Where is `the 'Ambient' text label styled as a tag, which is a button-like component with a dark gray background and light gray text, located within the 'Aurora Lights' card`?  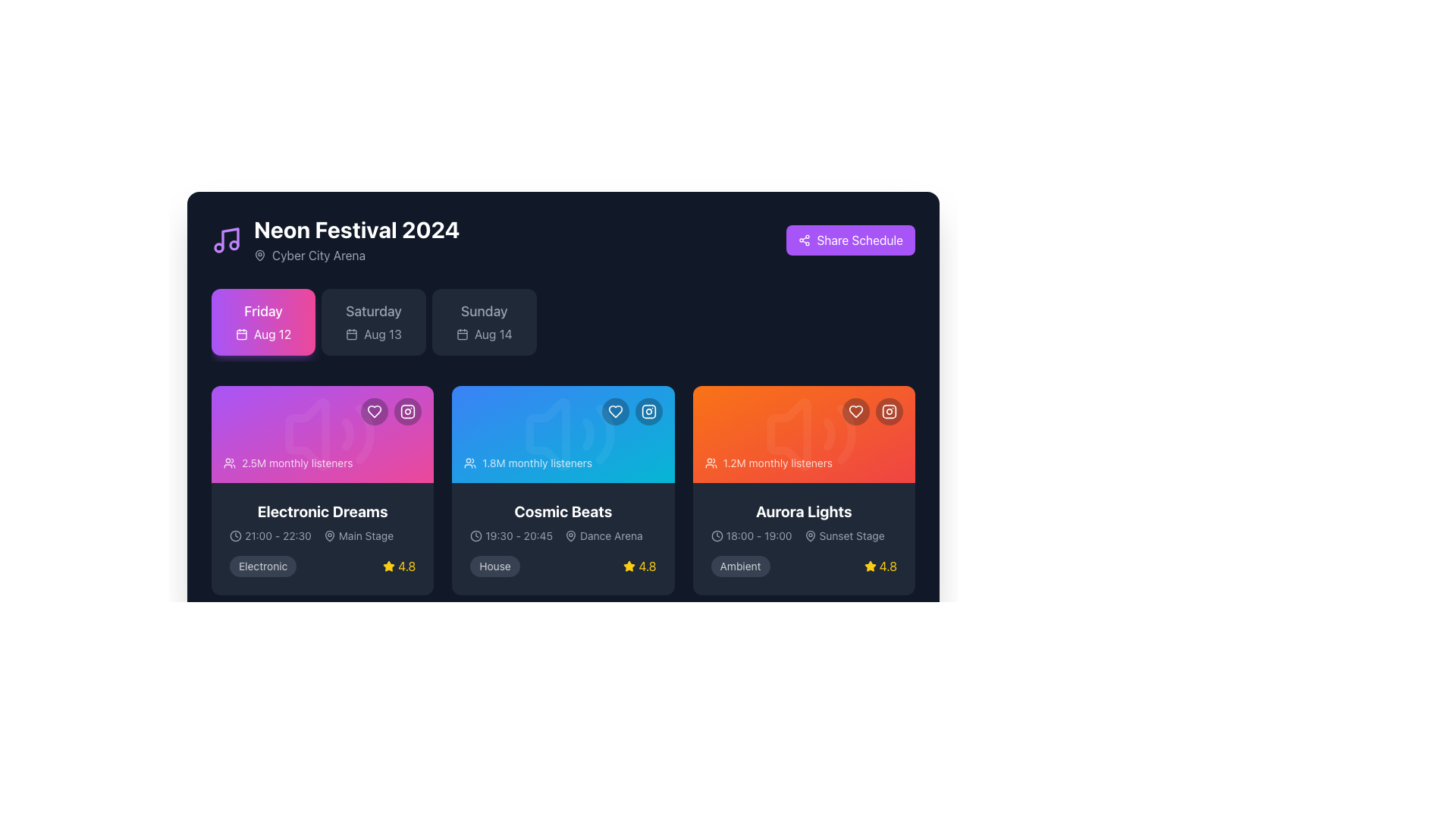
the 'Ambient' text label styled as a tag, which is a button-like component with a dark gray background and light gray text, located within the 'Aurora Lights' card is located at coordinates (740, 566).